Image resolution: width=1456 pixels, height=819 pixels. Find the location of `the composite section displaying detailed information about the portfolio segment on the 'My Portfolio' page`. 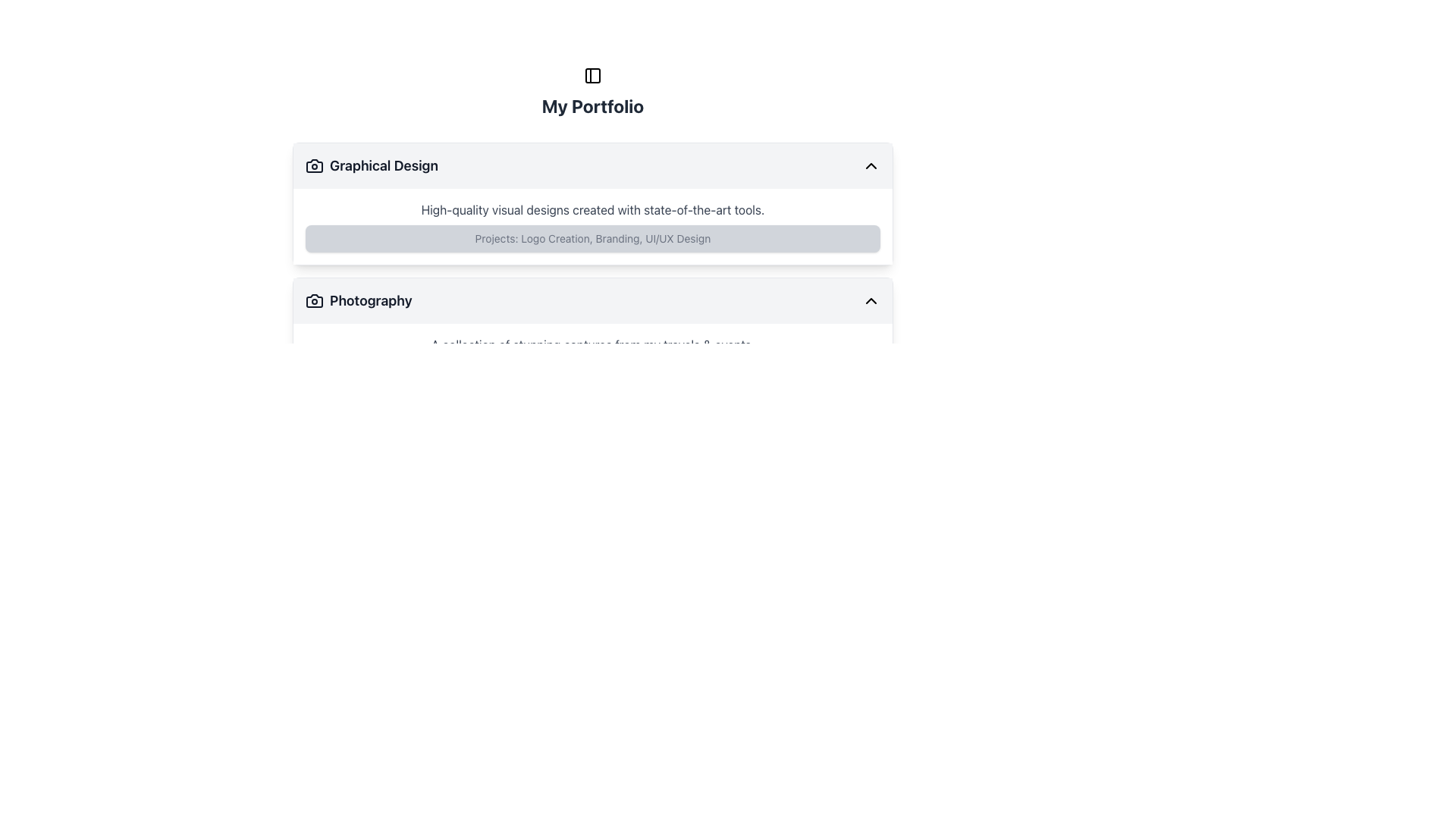

the composite section displaying detailed information about the portfolio segment on the 'My Portfolio' page is located at coordinates (592, 338).